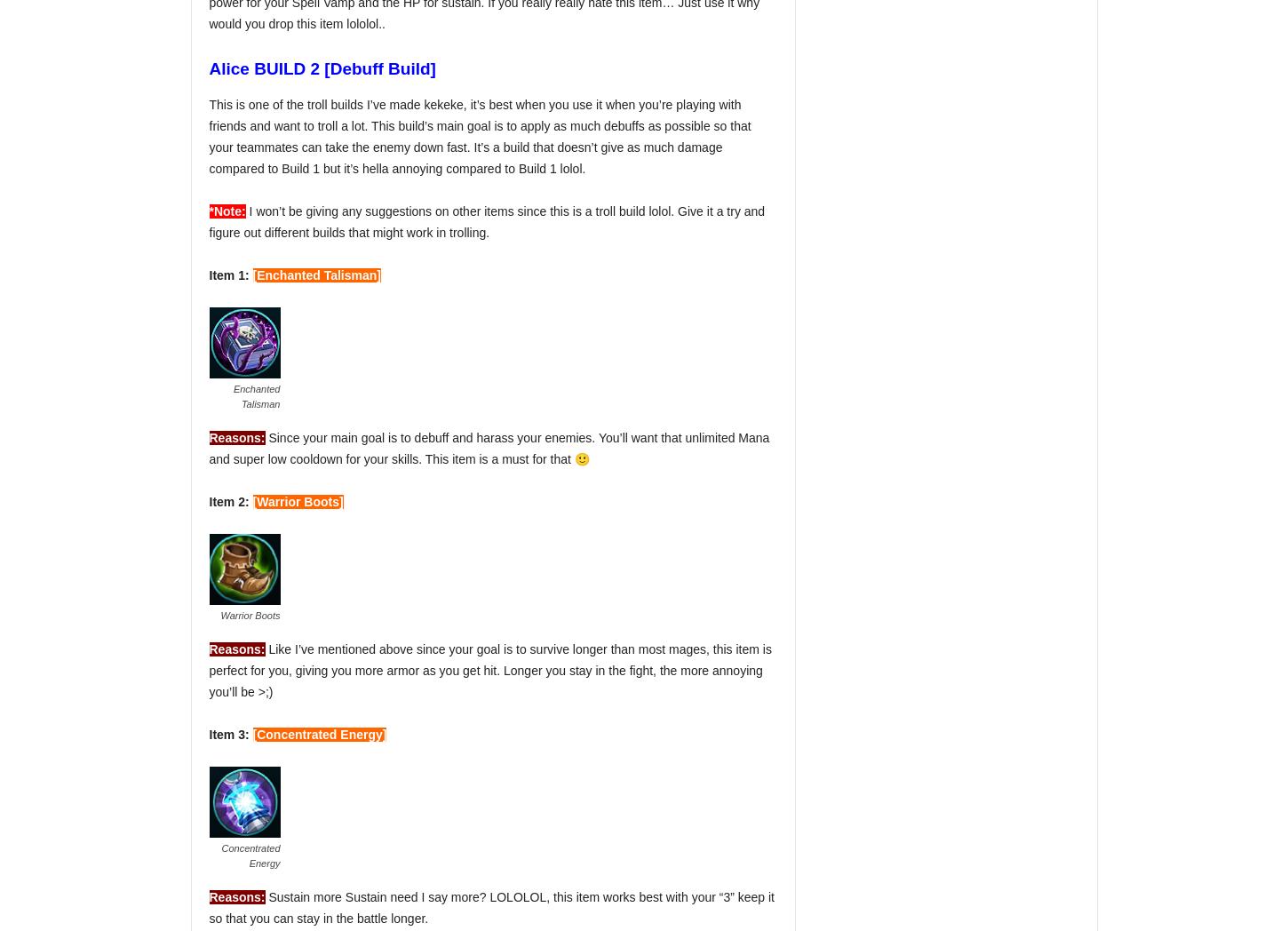 The width and height of the screenshot is (1288, 931). Describe the element at coordinates (230, 733) in the screenshot. I see `'Item 3:'` at that location.